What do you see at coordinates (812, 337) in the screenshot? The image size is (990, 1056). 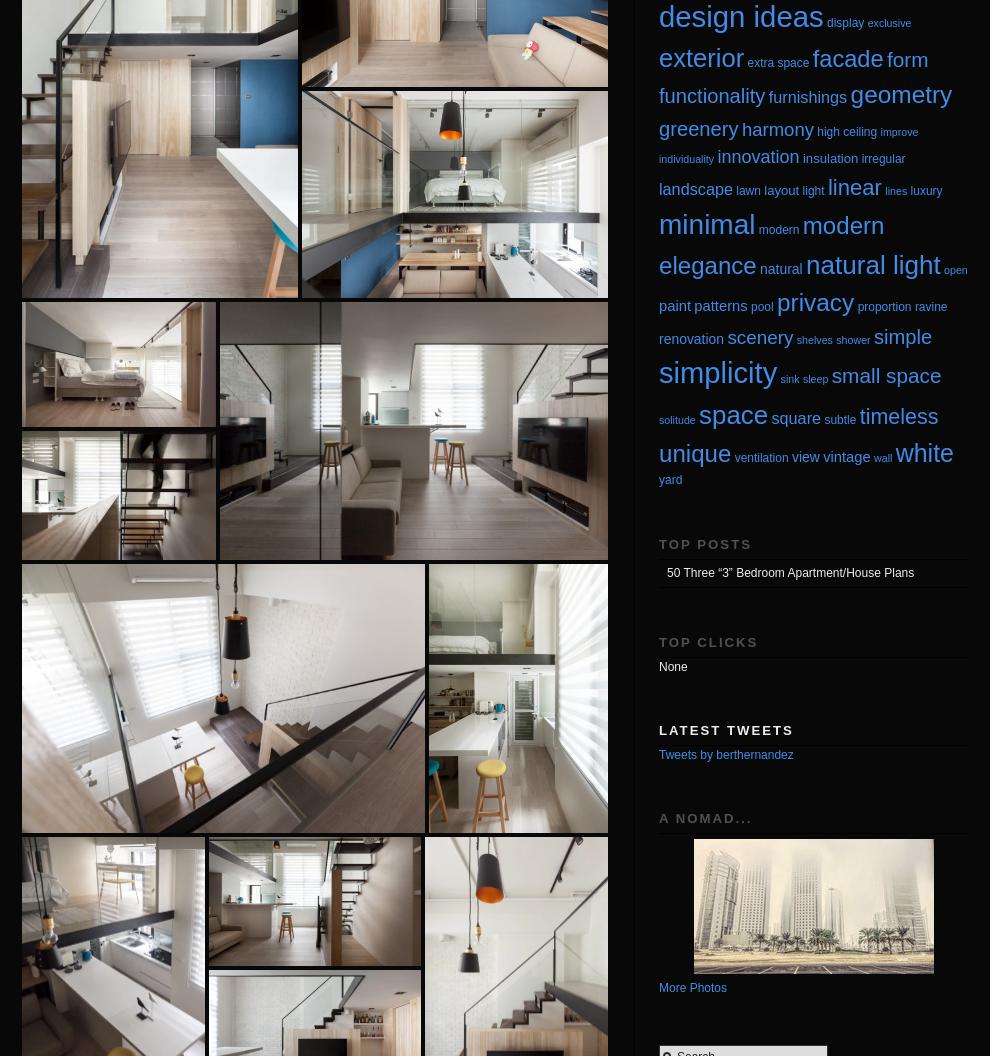 I see `'shelves'` at bounding box center [812, 337].